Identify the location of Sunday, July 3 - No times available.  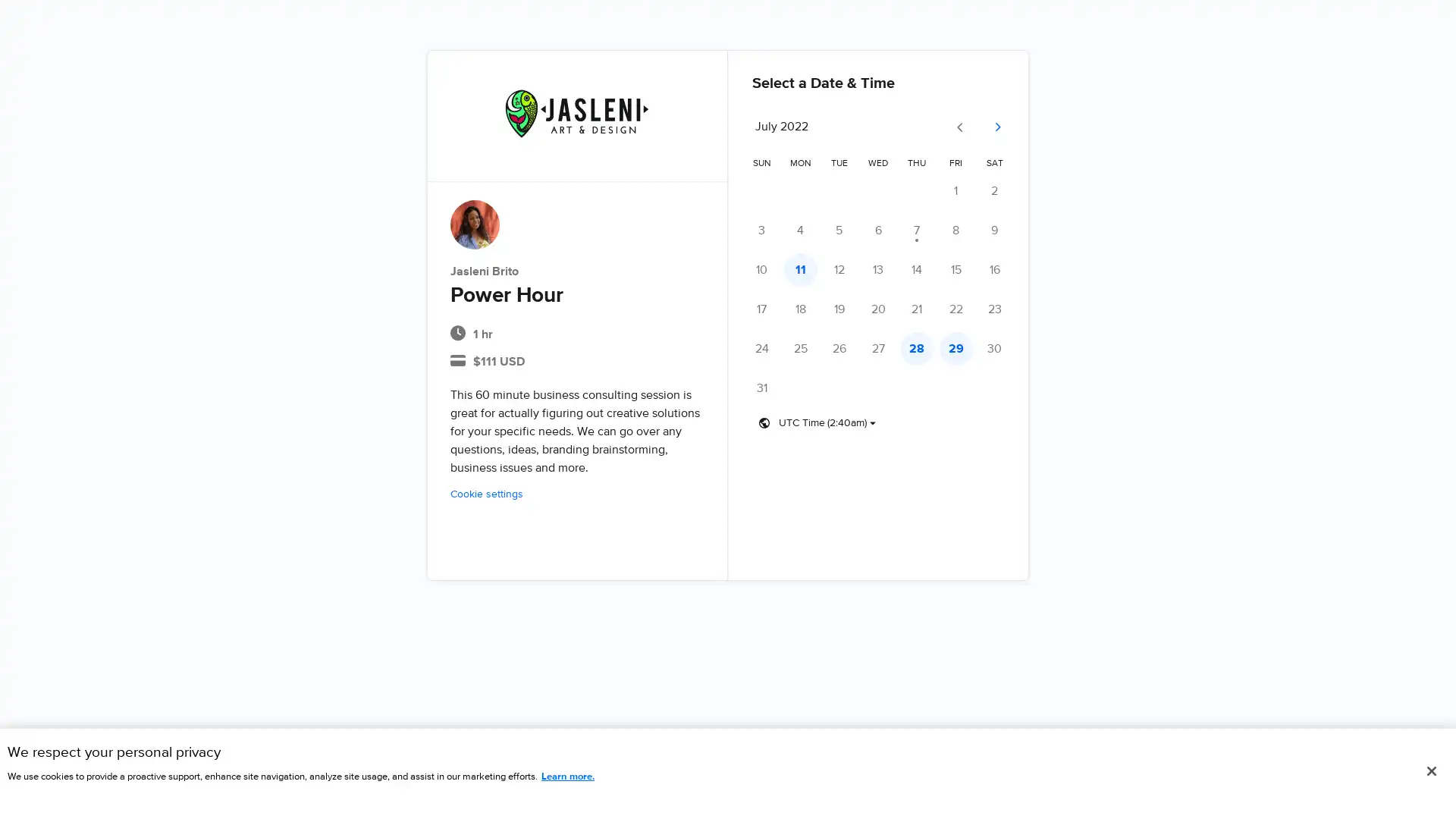
(761, 231).